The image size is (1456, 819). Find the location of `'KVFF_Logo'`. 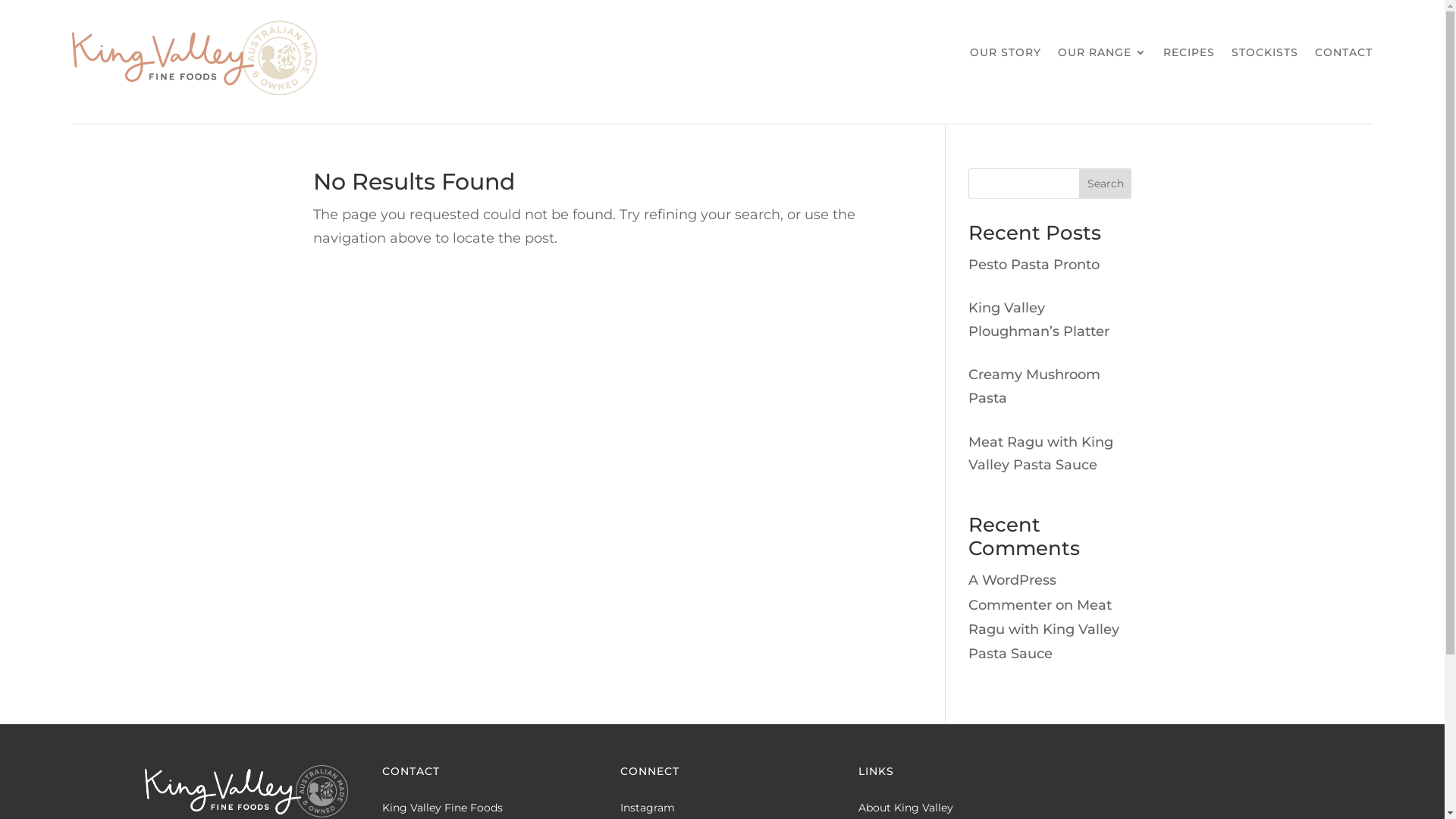

'KVFF_Logo' is located at coordinates (193, 57).